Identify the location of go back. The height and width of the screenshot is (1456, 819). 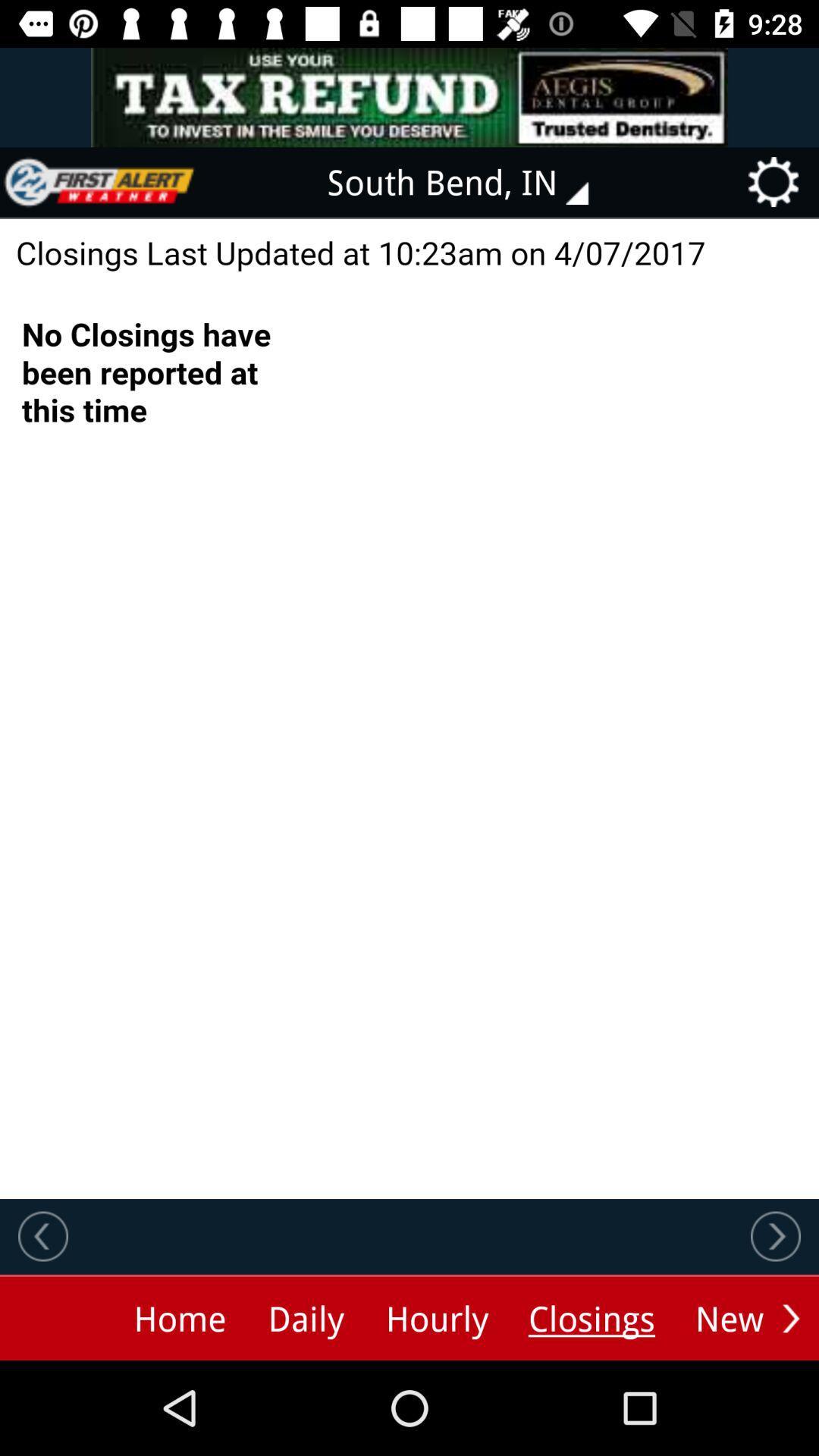
(42, 1236).